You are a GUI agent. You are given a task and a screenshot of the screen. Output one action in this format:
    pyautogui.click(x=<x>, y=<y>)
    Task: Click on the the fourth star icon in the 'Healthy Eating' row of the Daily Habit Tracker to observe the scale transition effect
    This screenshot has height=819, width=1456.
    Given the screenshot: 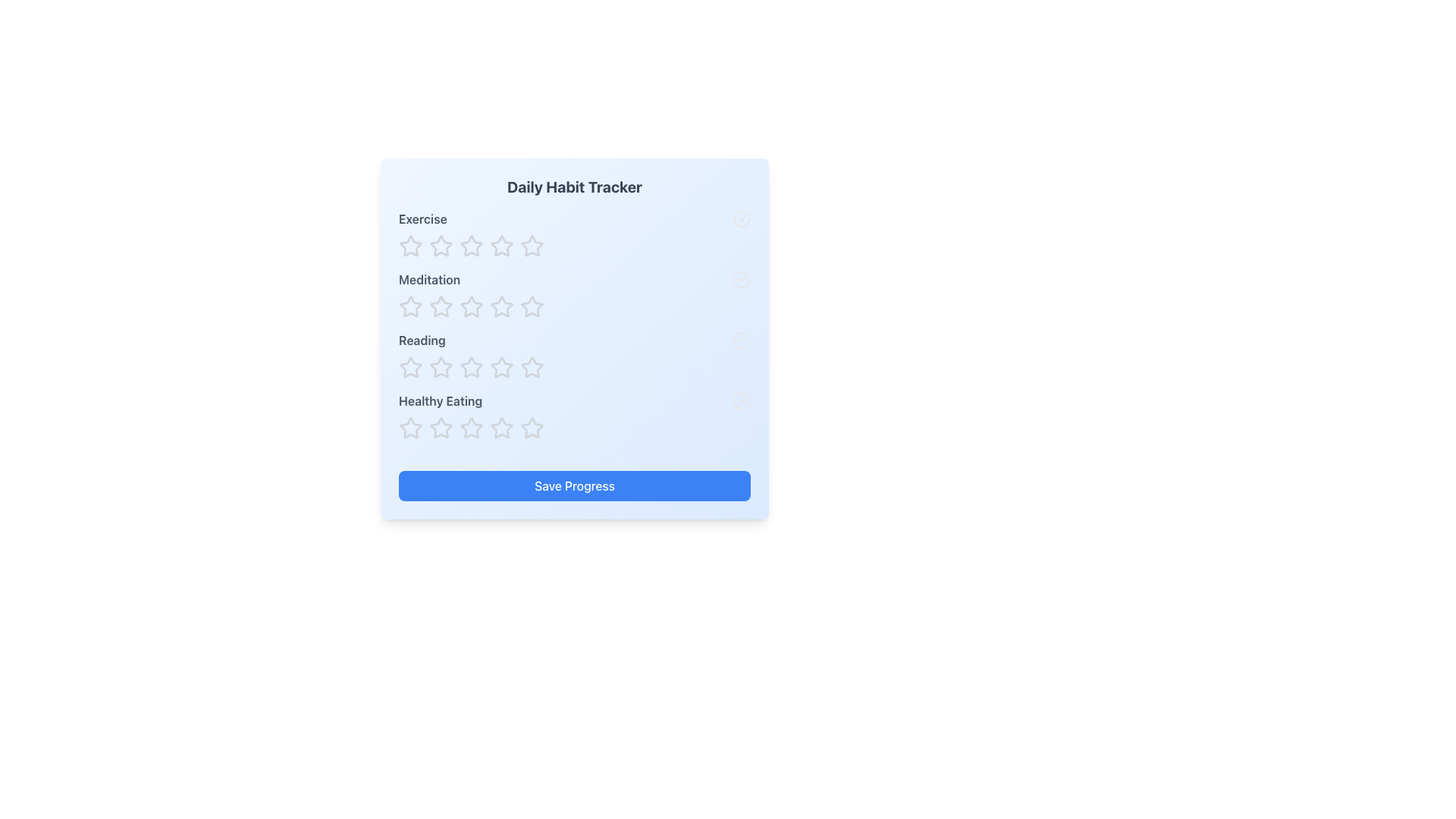 What is the action you would take?
    pyautogui.click(x=471, y=428)
    